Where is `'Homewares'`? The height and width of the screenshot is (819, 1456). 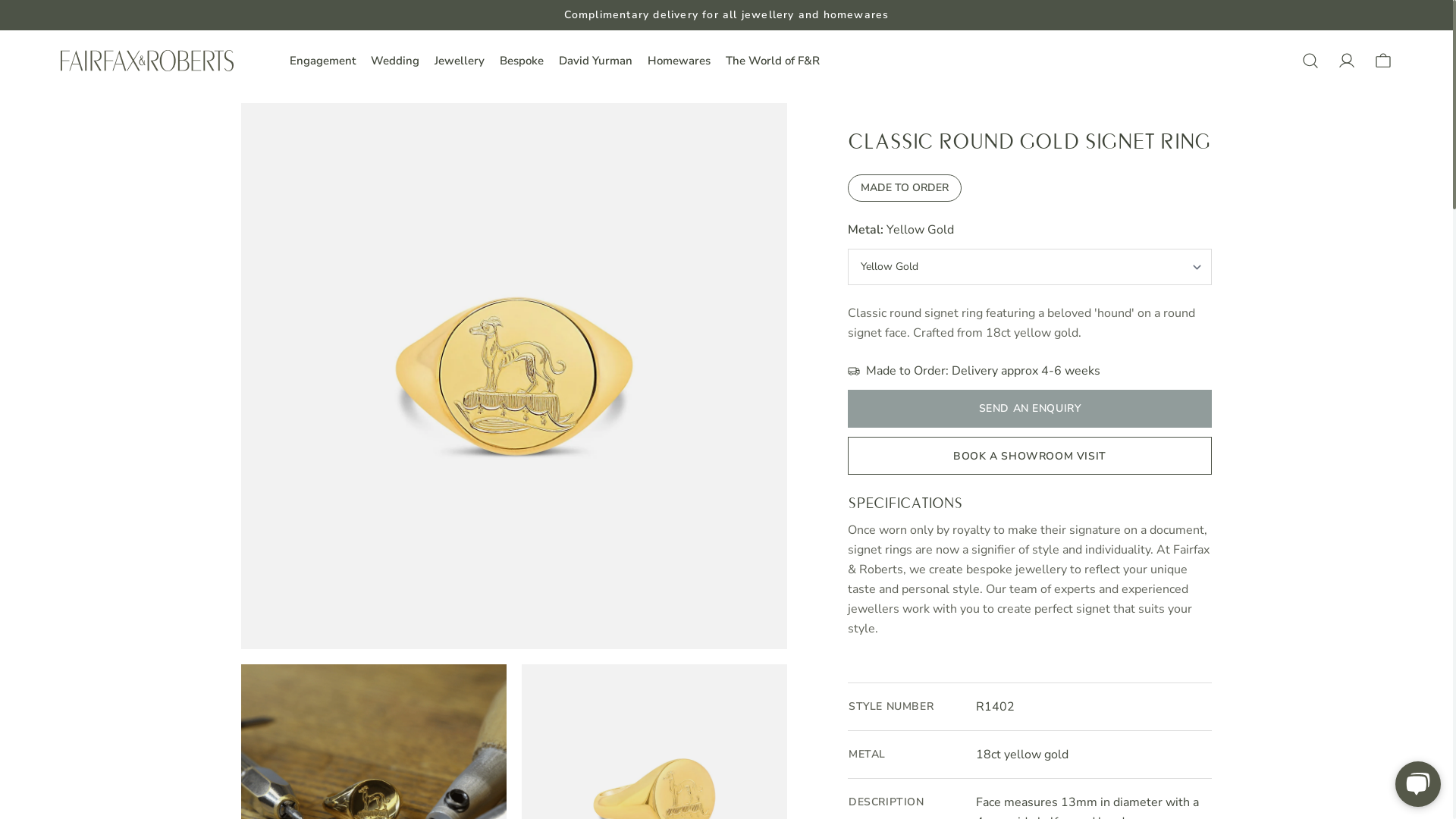 'Homewares' is located at coordinates (648, 60).